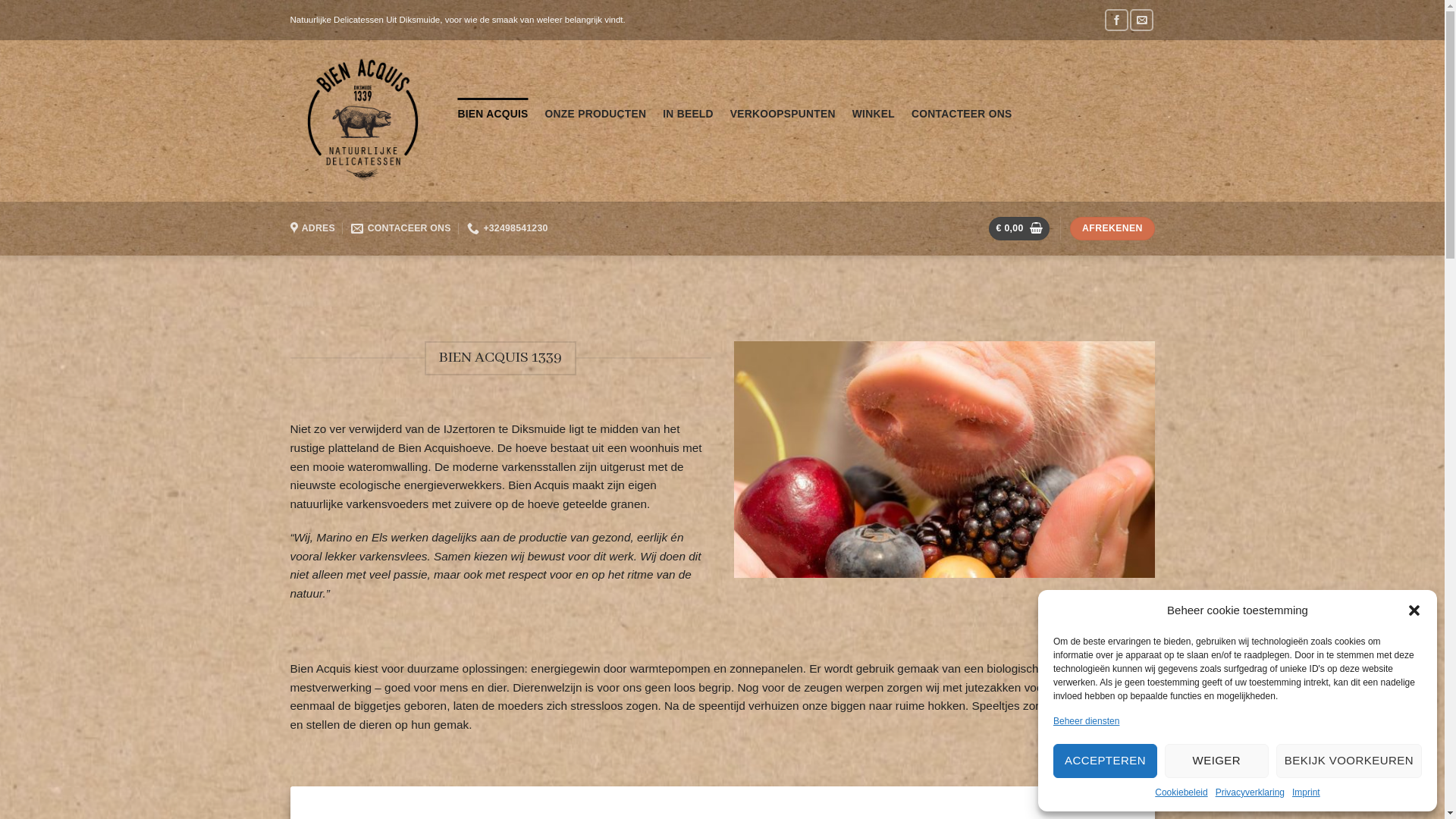 This screenshot has width=1456, height=819. Describe the element at coordinates (1180, 792) in the screenshot. I see `'Cookiebeleid'` at that location.